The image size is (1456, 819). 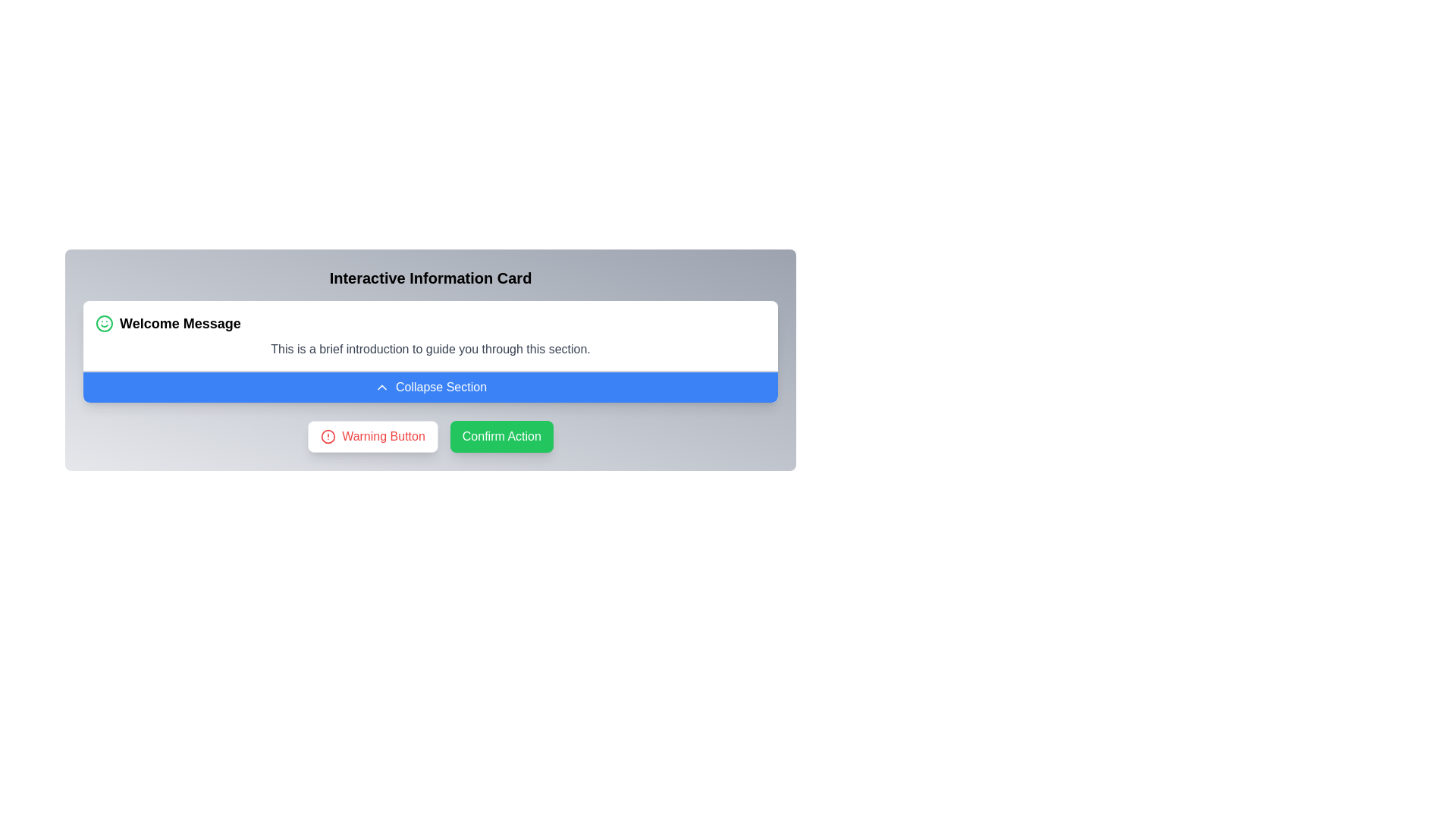 I want to click on the button located at the bottom of the section, just below the thin gray line separator, so click(x=429, y=386).